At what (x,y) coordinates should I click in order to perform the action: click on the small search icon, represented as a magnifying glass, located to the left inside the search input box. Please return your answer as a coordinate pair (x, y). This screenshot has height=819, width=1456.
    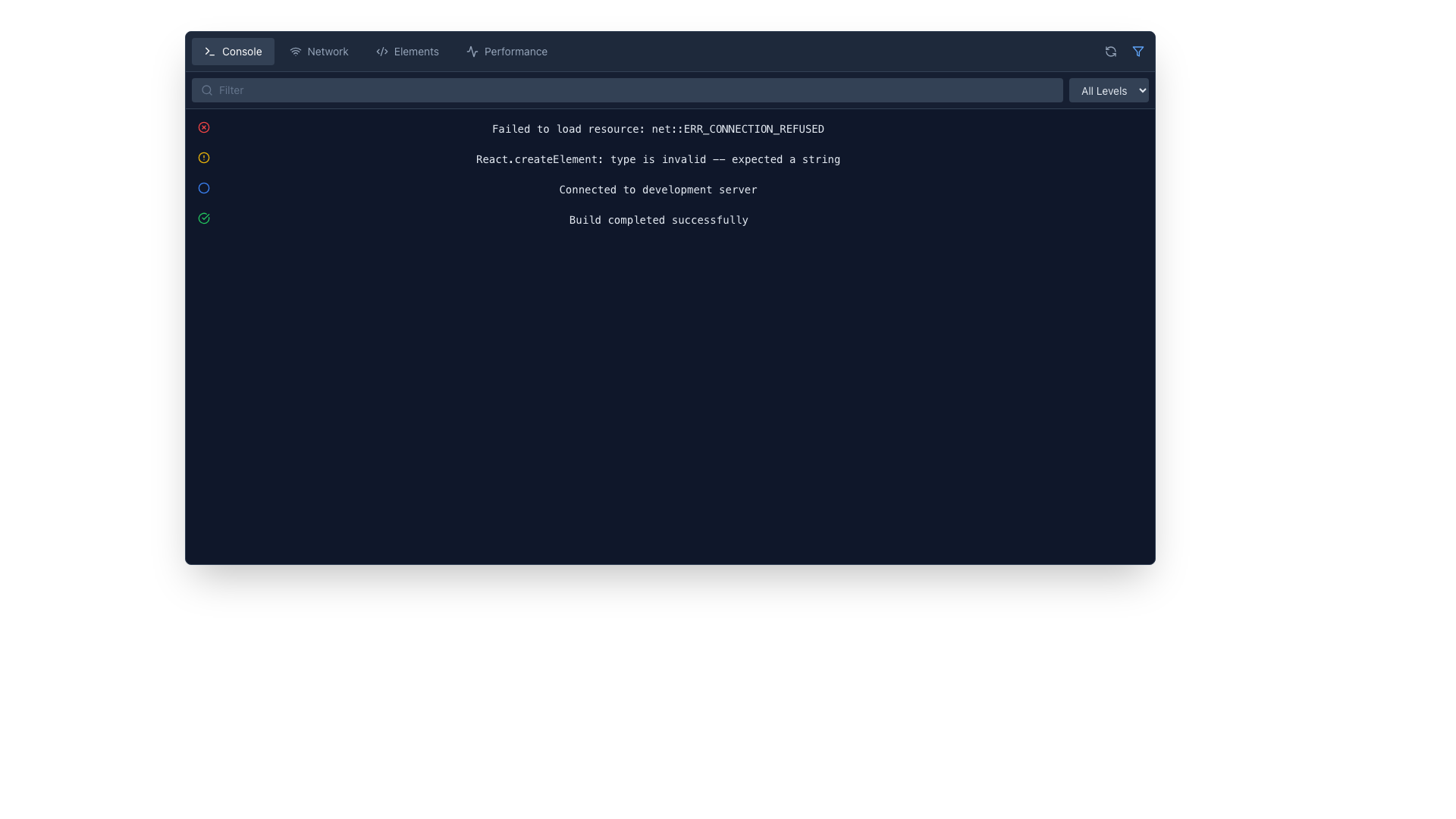
    Looking at the image, I should click on (206, 90).